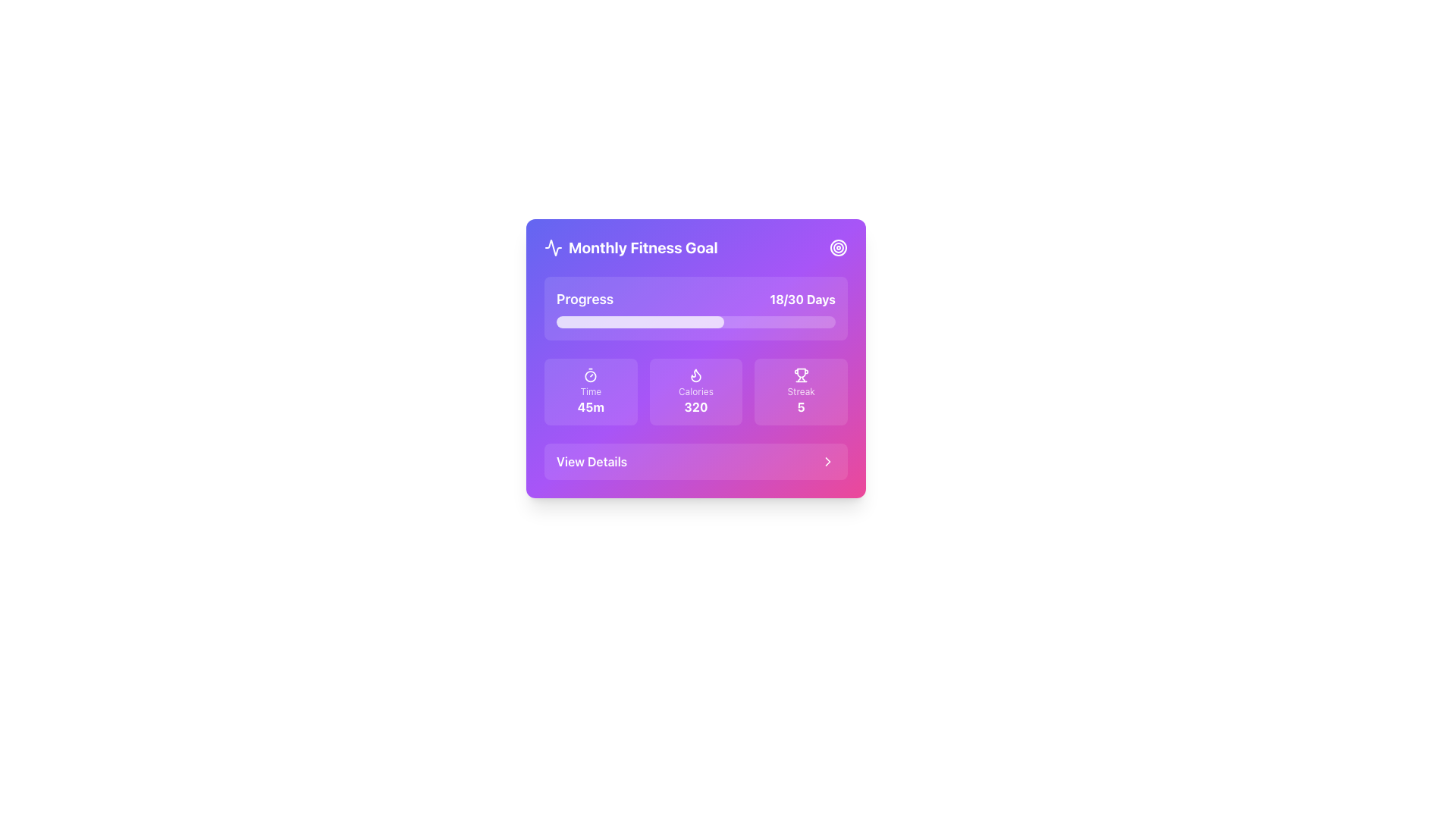 This screenshot has width=1456, height=819. I want to click on the decorative icon located to the left of the 'Monthly Fitness Goal' heading text to emphasize activity or progress, so click(552, 247).